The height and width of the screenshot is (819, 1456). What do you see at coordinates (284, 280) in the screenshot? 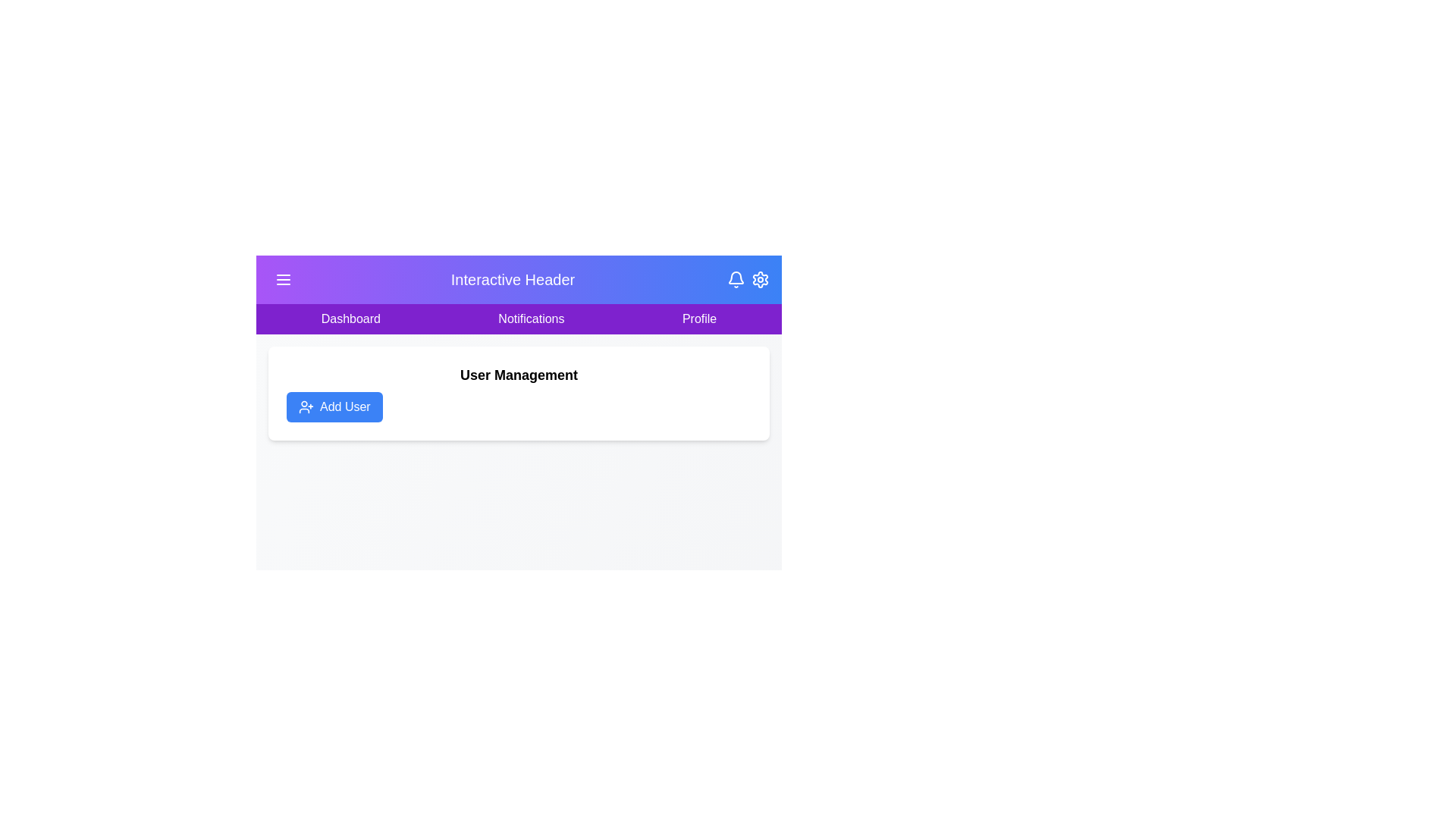
I see `menu button to toggle the menu visibility` at bounding box center [284, 280].